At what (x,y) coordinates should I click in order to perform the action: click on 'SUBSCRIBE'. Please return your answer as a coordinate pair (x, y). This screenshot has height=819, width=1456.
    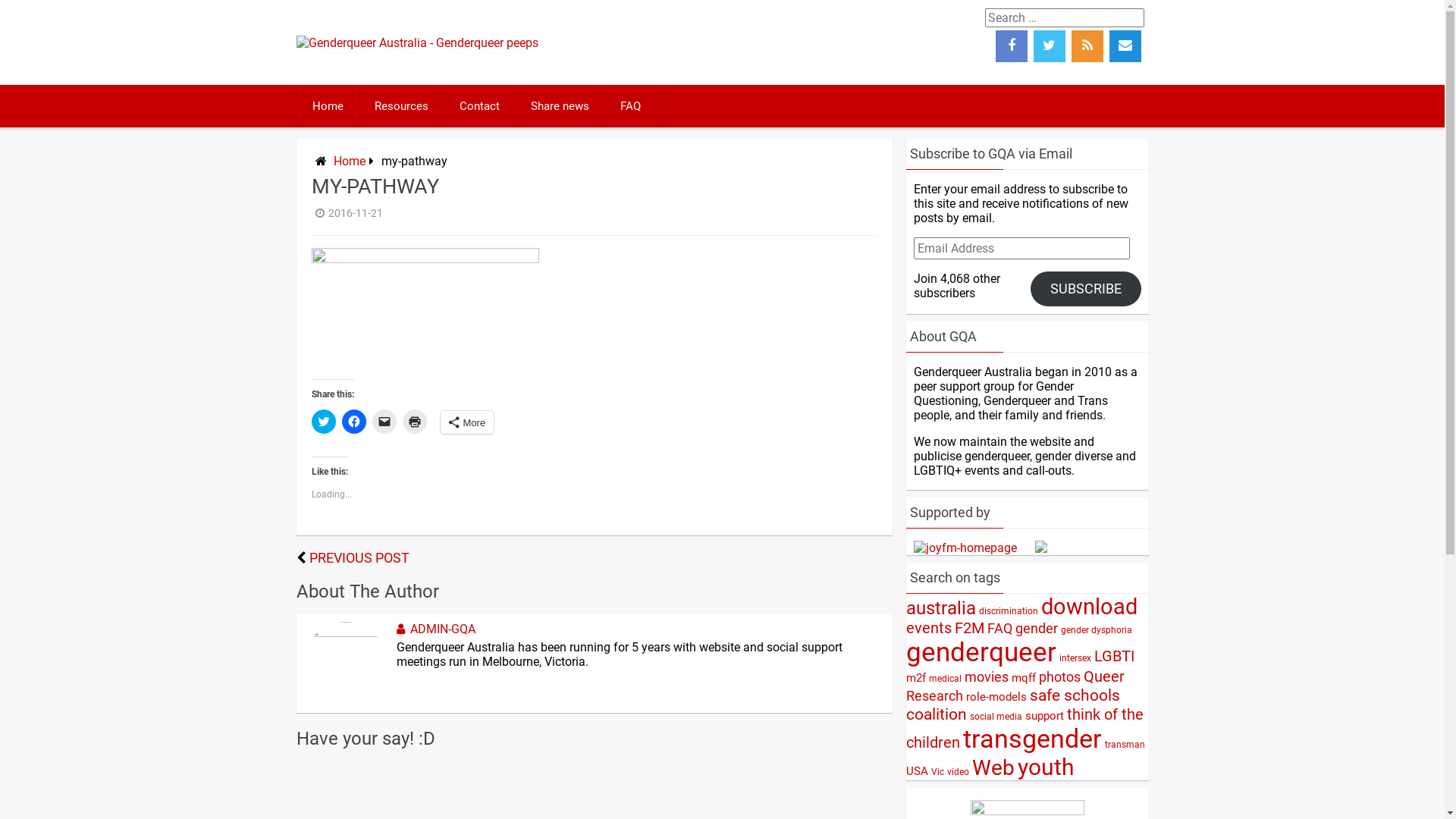
    Looking at the image, I should click on (1084, 289).